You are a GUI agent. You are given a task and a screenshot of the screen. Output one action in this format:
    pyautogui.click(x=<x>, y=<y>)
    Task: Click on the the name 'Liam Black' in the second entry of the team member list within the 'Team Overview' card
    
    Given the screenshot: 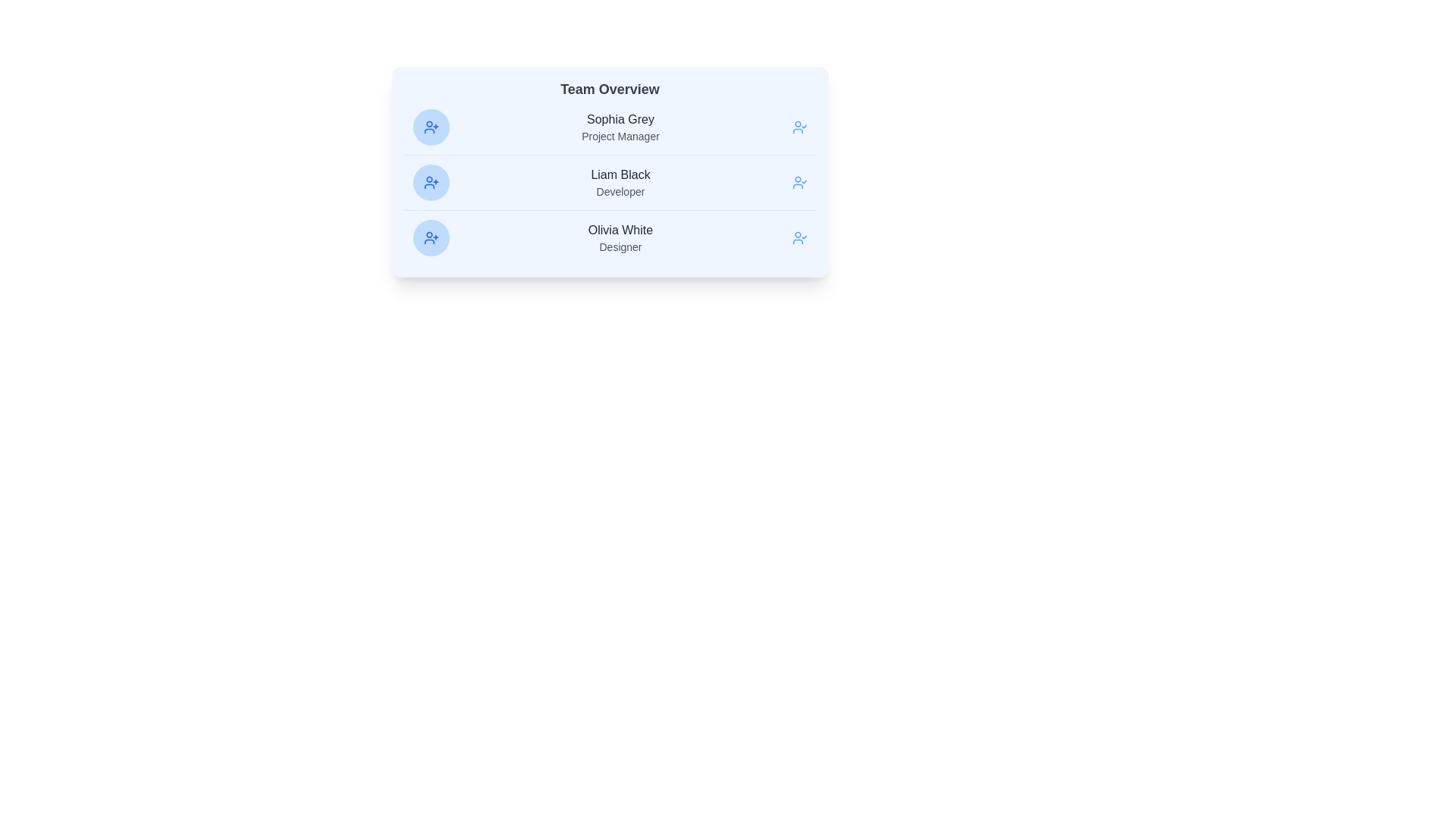 What is the action you would take?
    pyautogui.click(x=610, y=181)
    